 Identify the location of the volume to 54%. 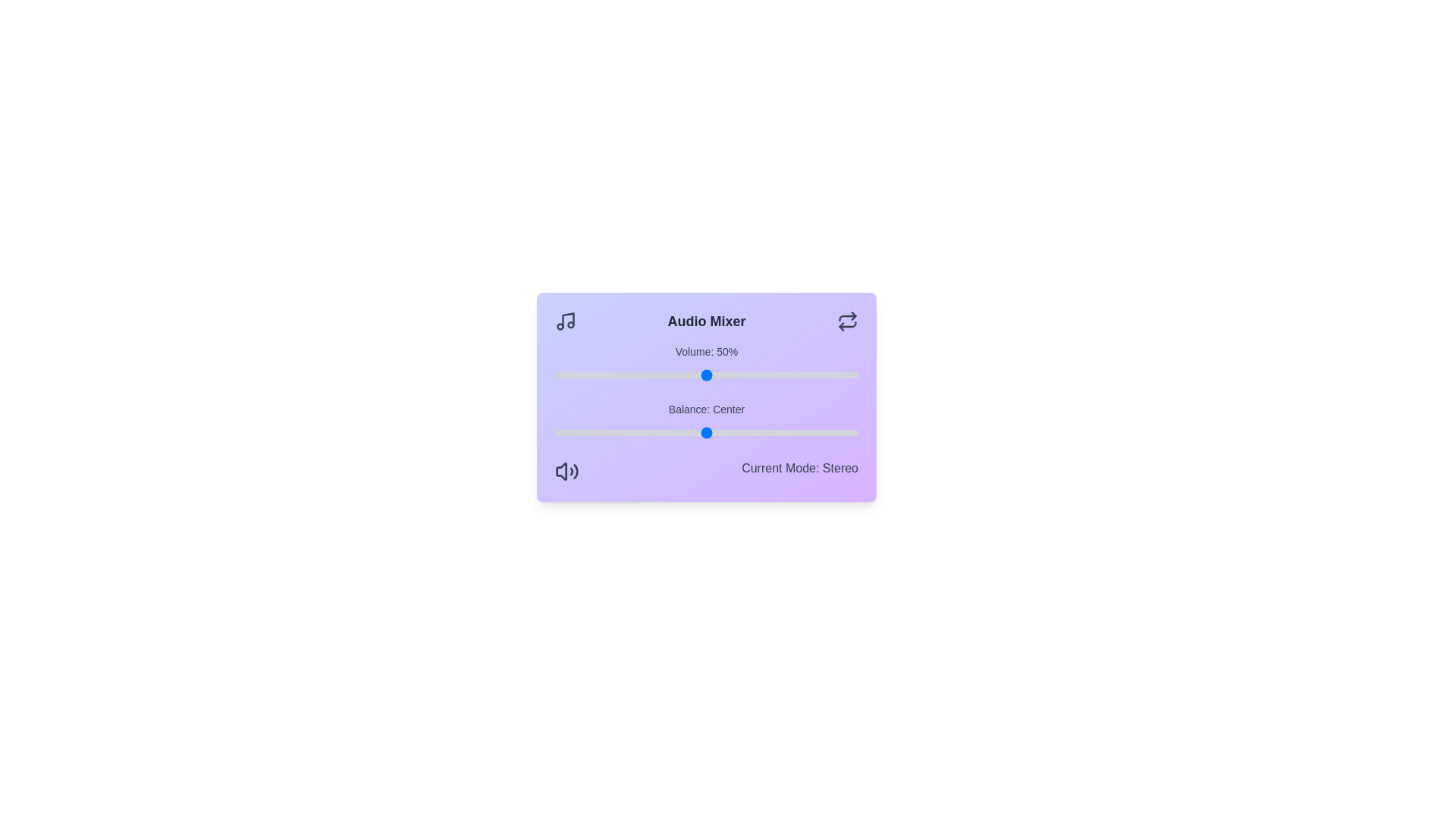
(718, 375).